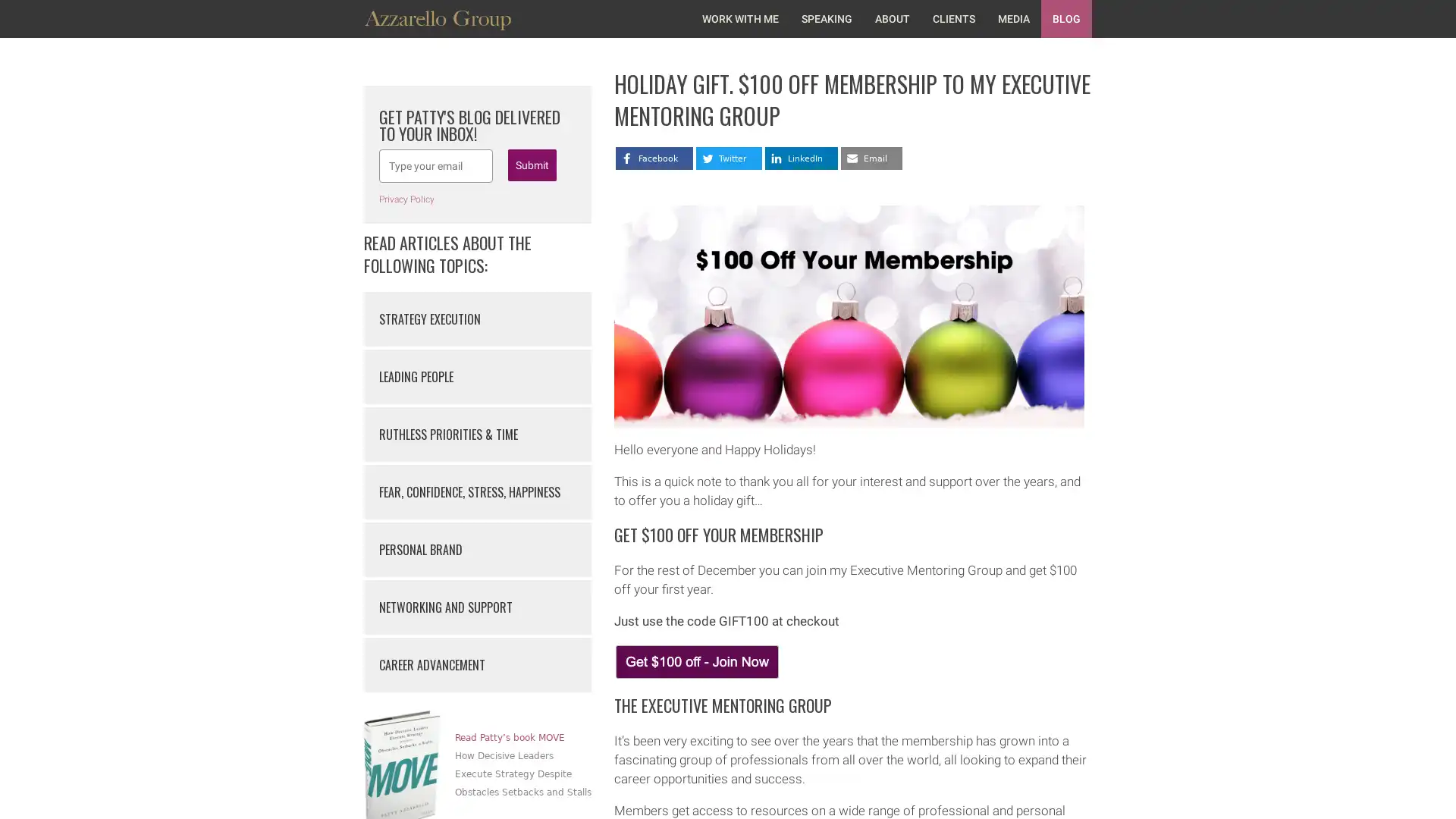  I want to click on CAREER ADVANCEMENT, so click(476, 664).